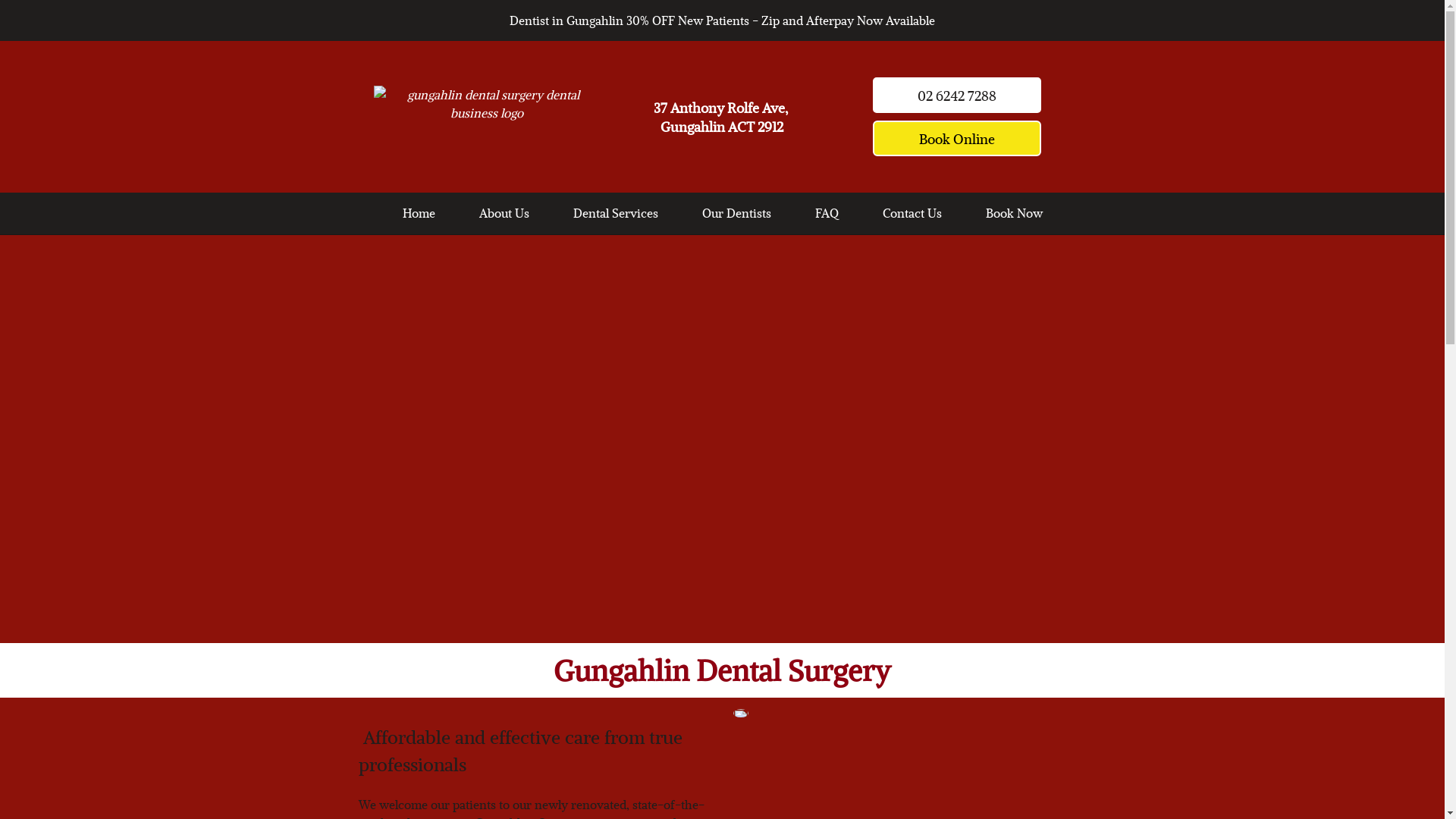  Describe the element at coordinates (504, 212) in the screenshot. I see `'About Us'` at that location.